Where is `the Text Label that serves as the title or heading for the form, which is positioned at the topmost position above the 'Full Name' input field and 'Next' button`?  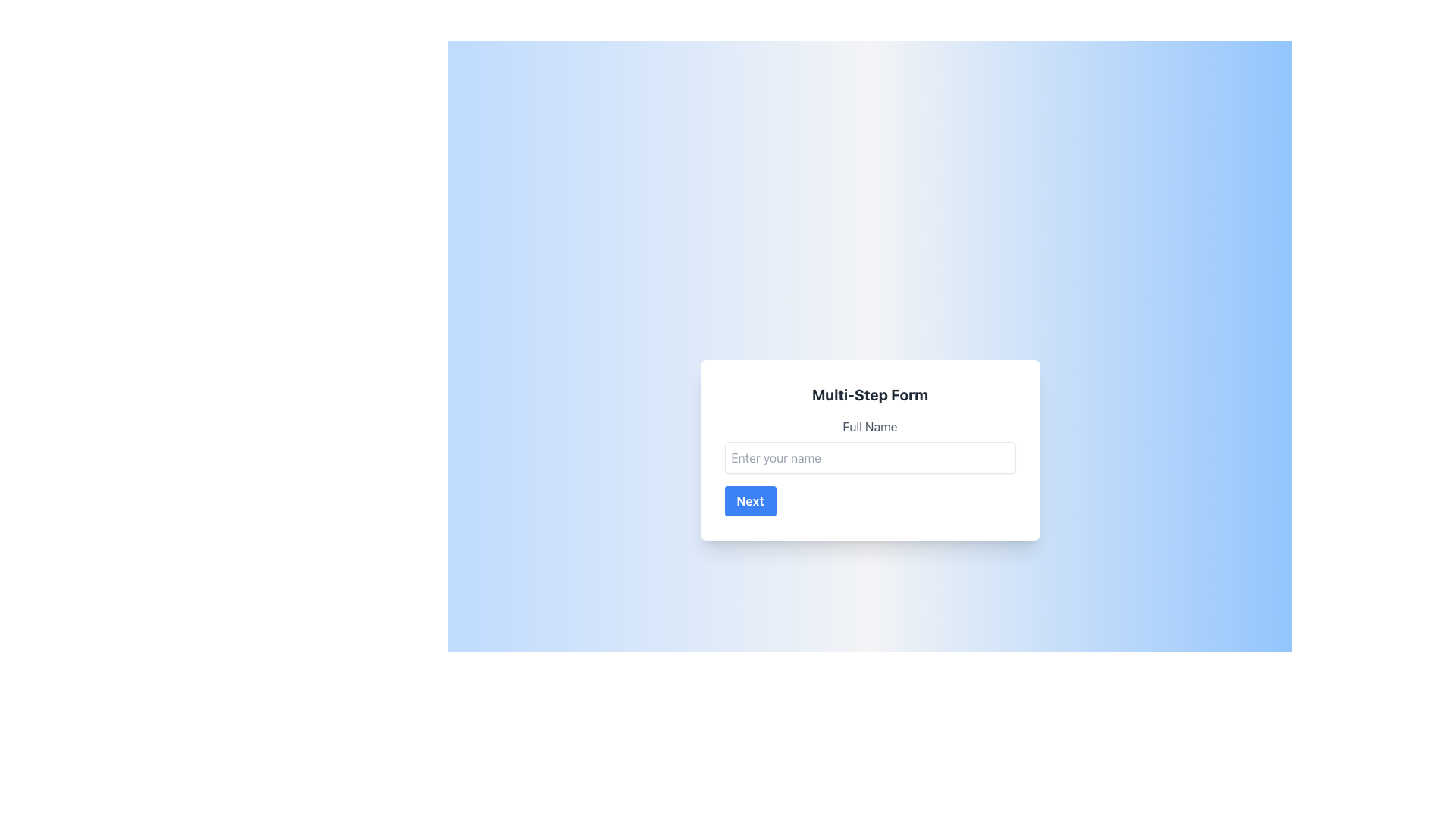
the Text Label that serves as the title or heading for the form, which is positioned at the topmost position above the 'Full Name' input field and 'Next' button is located at coordinates (870, 394).